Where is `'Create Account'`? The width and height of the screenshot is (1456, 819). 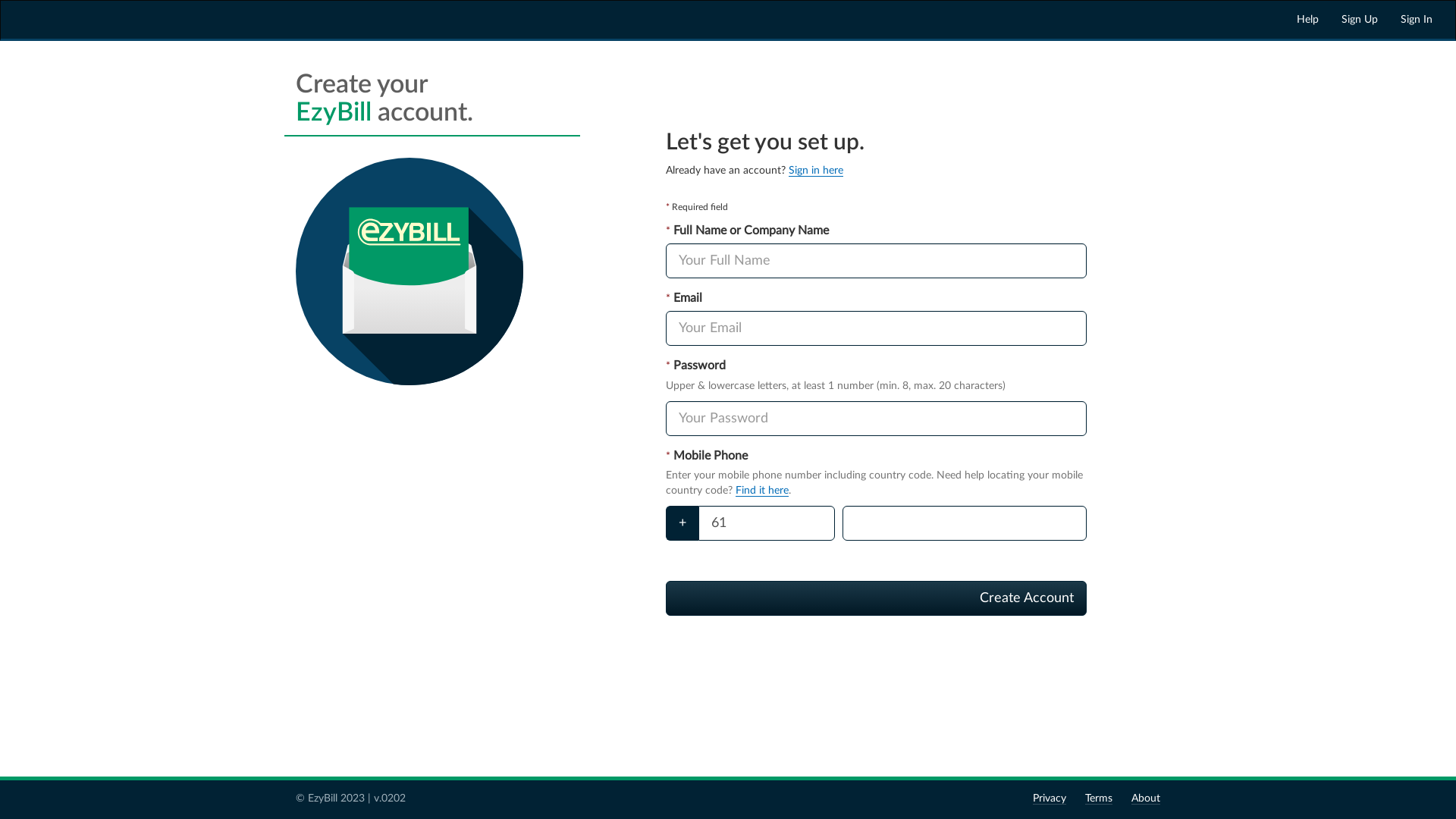
'Create Account' is located at coordinates (876, 598).